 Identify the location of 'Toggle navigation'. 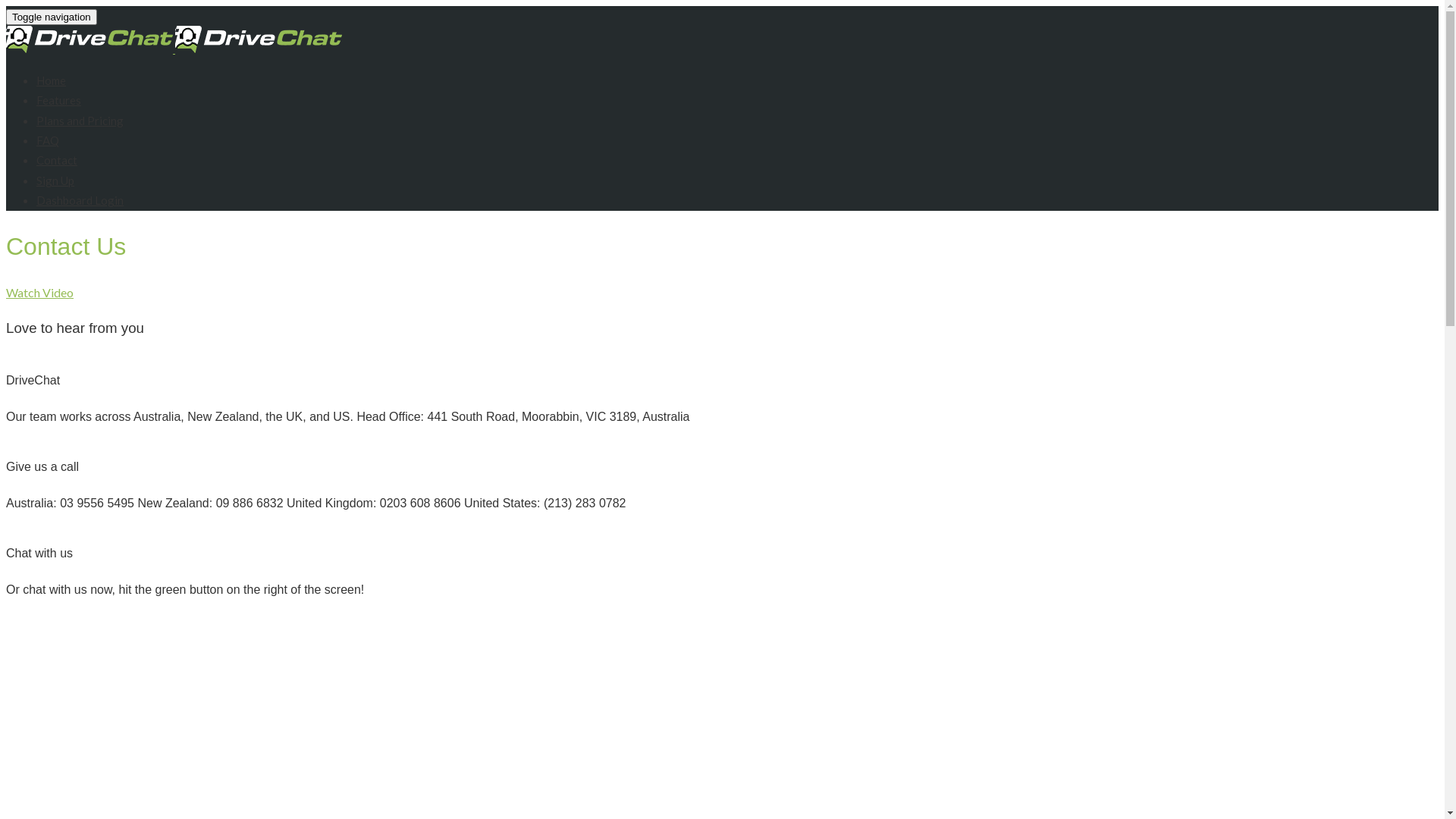
(51, 17).